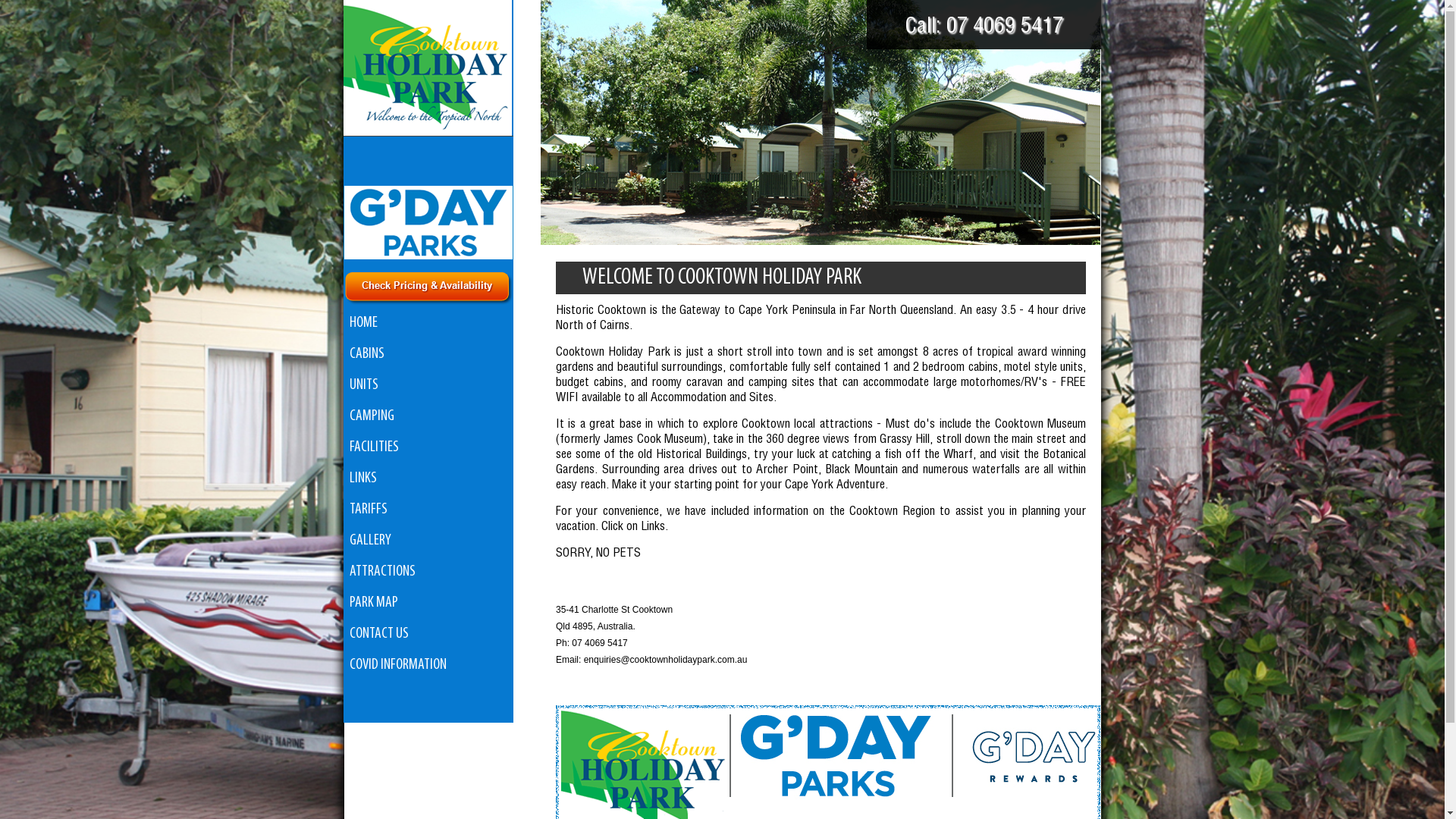 This screenshot has width=1456, height=819. I want to click on 'TARIFFS', so click(428, 510).